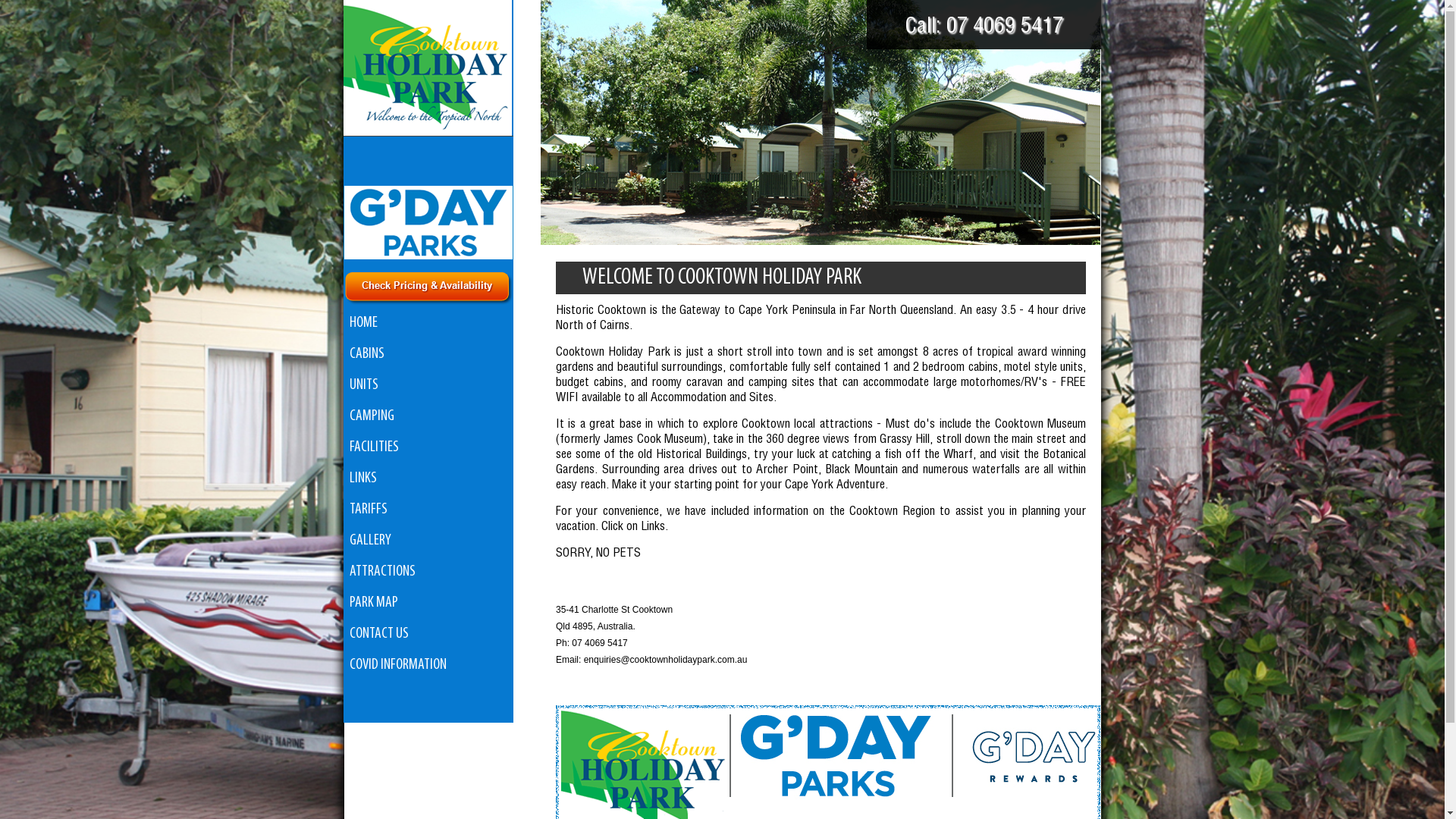 This screenshot has width=1456, height=819. I want to click on 'TARIFFS', so click(428, 510).